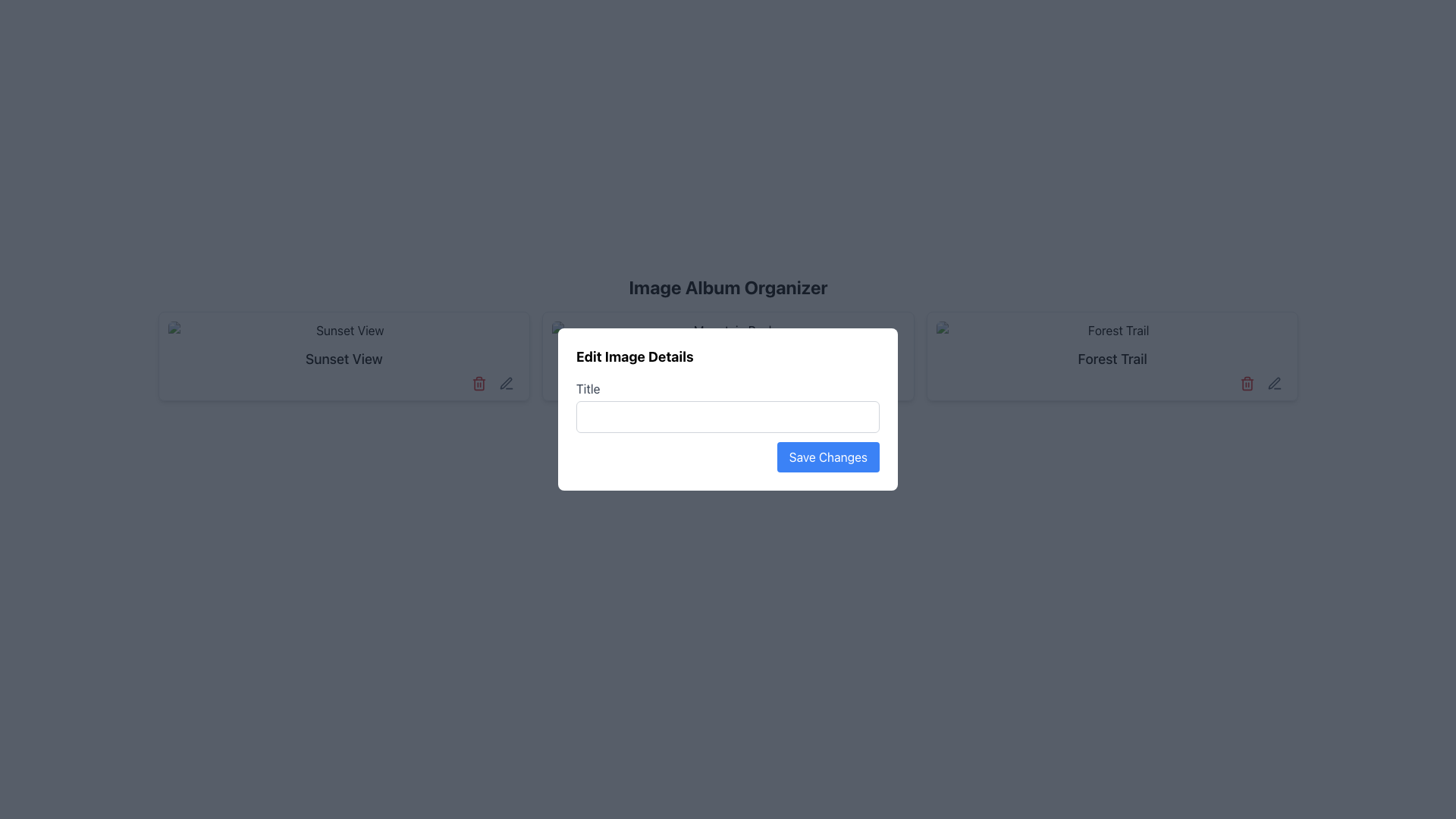 Image resolution: width=1456 pixels, height=819 pixels. I want to click on the 'Save' button located at the bottom-right corner of the 'Edit Image Details' modal, so click(728, 456).